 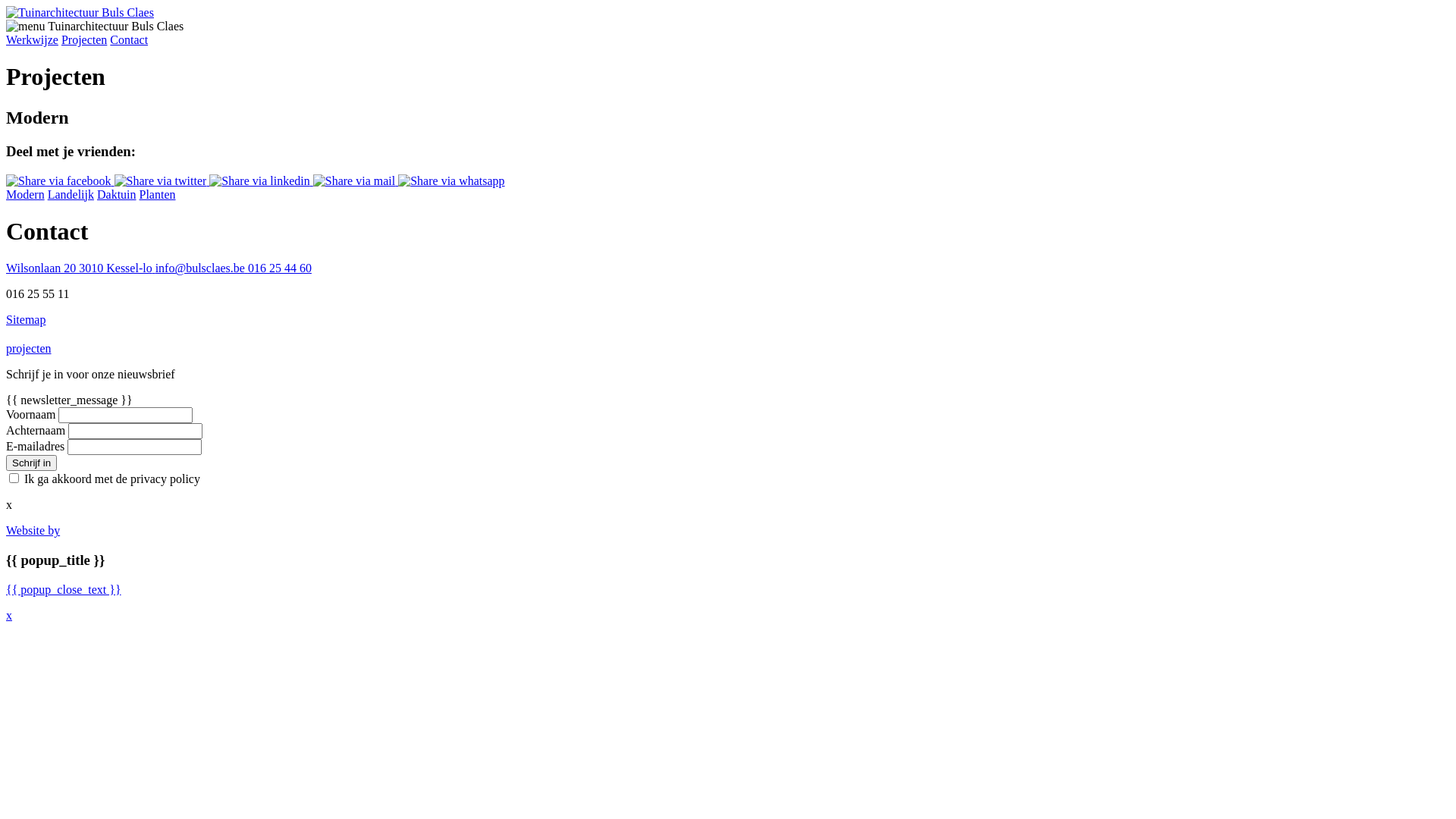 I want to click on 'Schrijf in', so click(x=6, y=462).